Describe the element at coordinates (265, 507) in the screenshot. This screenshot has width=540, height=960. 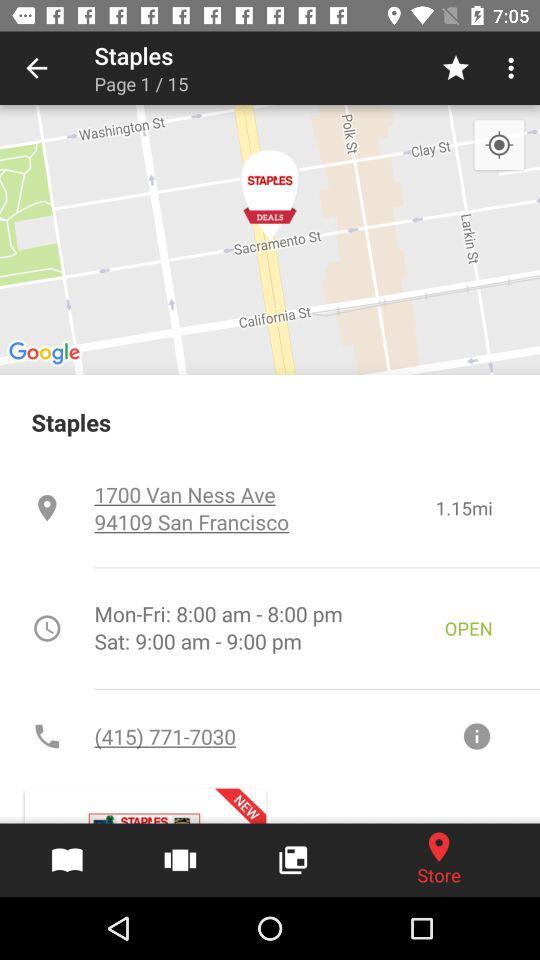
I see `the item to the left of 1.15mi` at that location.